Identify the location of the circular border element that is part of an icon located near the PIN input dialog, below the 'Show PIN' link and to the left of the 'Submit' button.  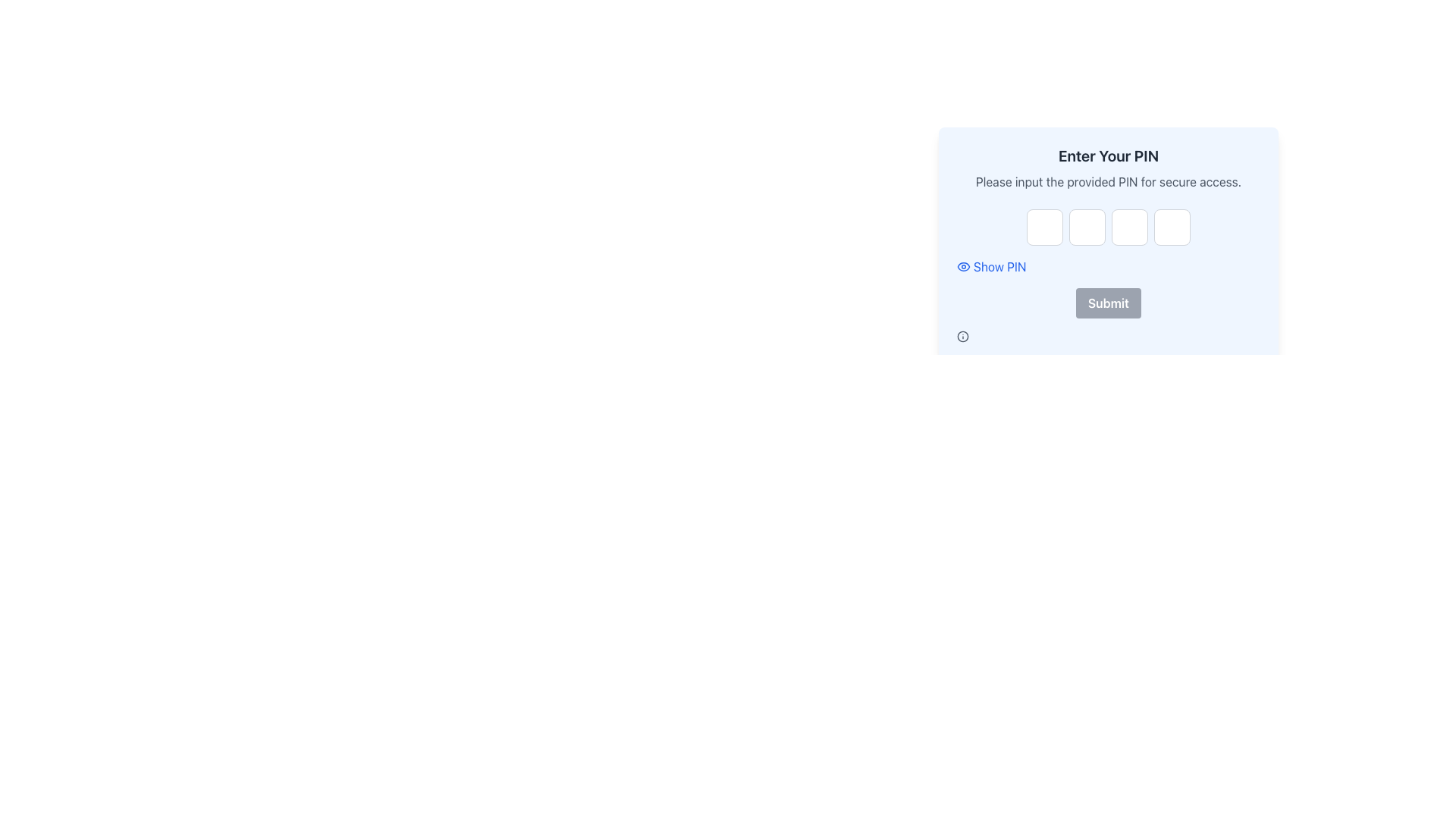
(962, 335).